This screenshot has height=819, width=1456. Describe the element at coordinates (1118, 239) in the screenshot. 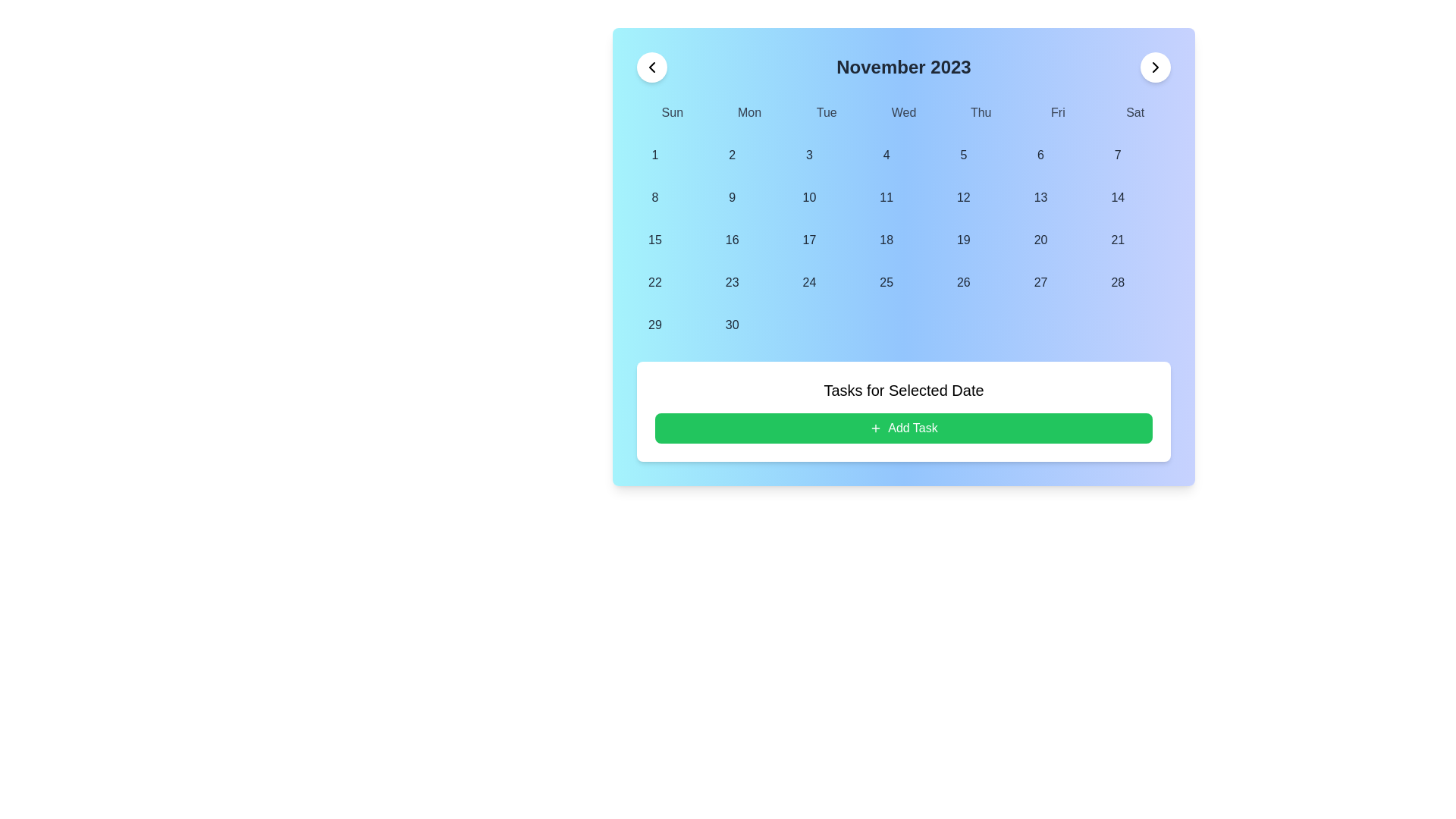

I see `the button labeled '21', which is a rounded square button located in the fourth row and seventh column of a calendar grid` at that location.